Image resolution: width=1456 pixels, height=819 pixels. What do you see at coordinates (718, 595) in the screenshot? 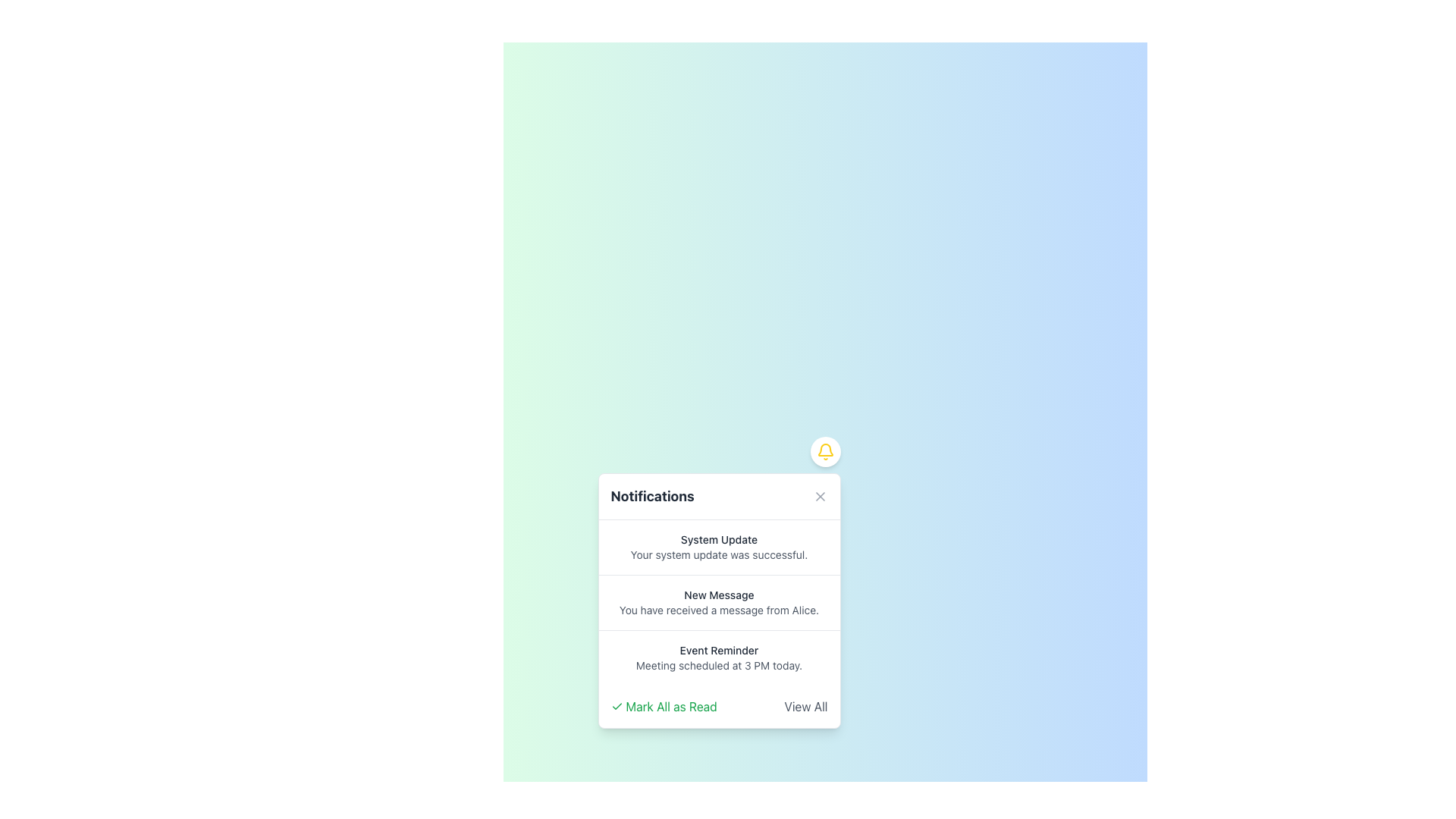
I see `the 'New Message' text label located centrally within the notification card to access related content` at bounding box center [718, 595].